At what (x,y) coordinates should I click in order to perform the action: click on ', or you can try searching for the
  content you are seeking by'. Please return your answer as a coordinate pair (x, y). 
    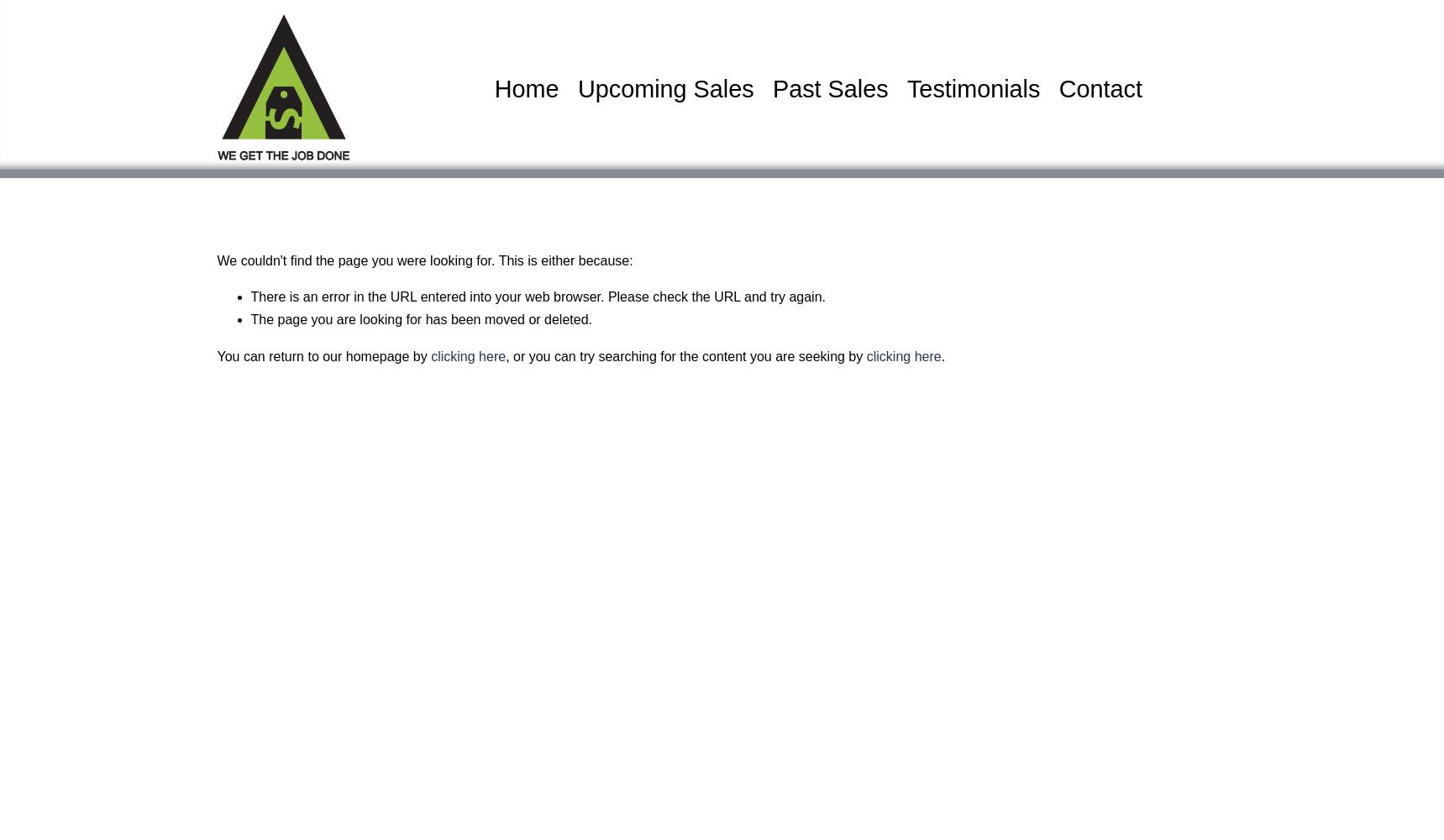
    Looking at the image, I should click on (685, 355).